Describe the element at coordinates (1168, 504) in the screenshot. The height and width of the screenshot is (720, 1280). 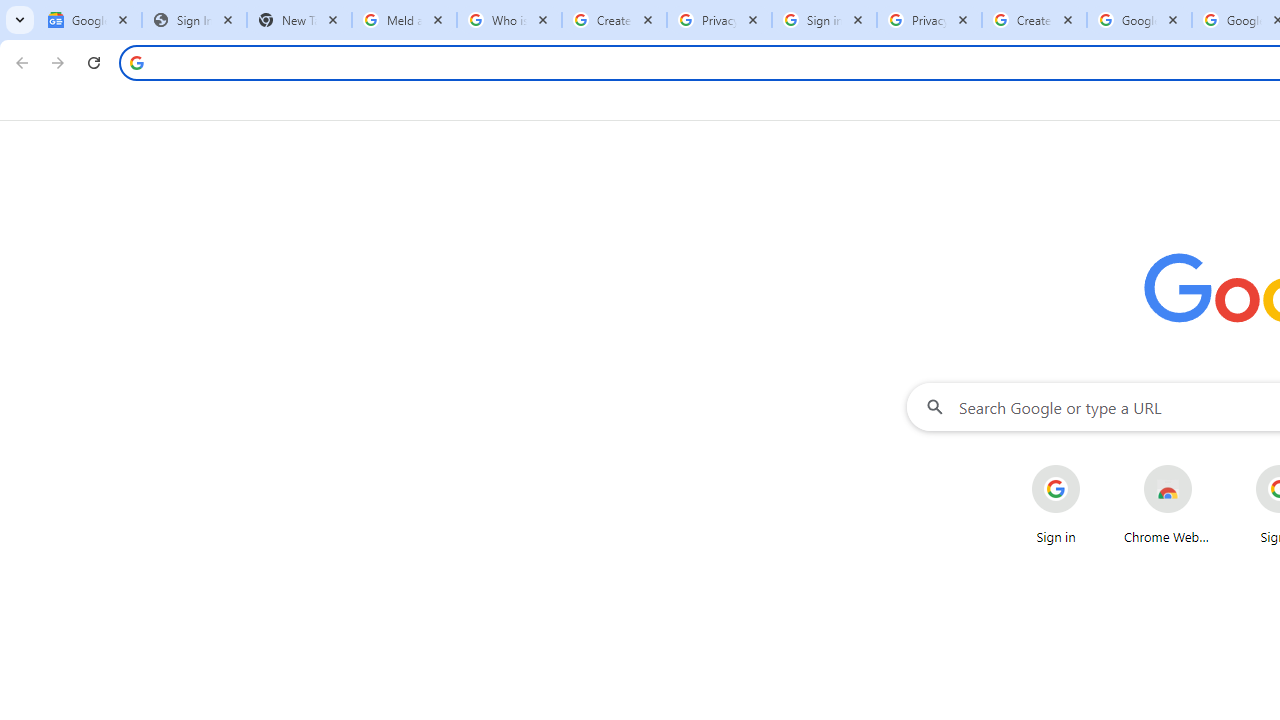
I see `'Chrome Web Store'` at that location.